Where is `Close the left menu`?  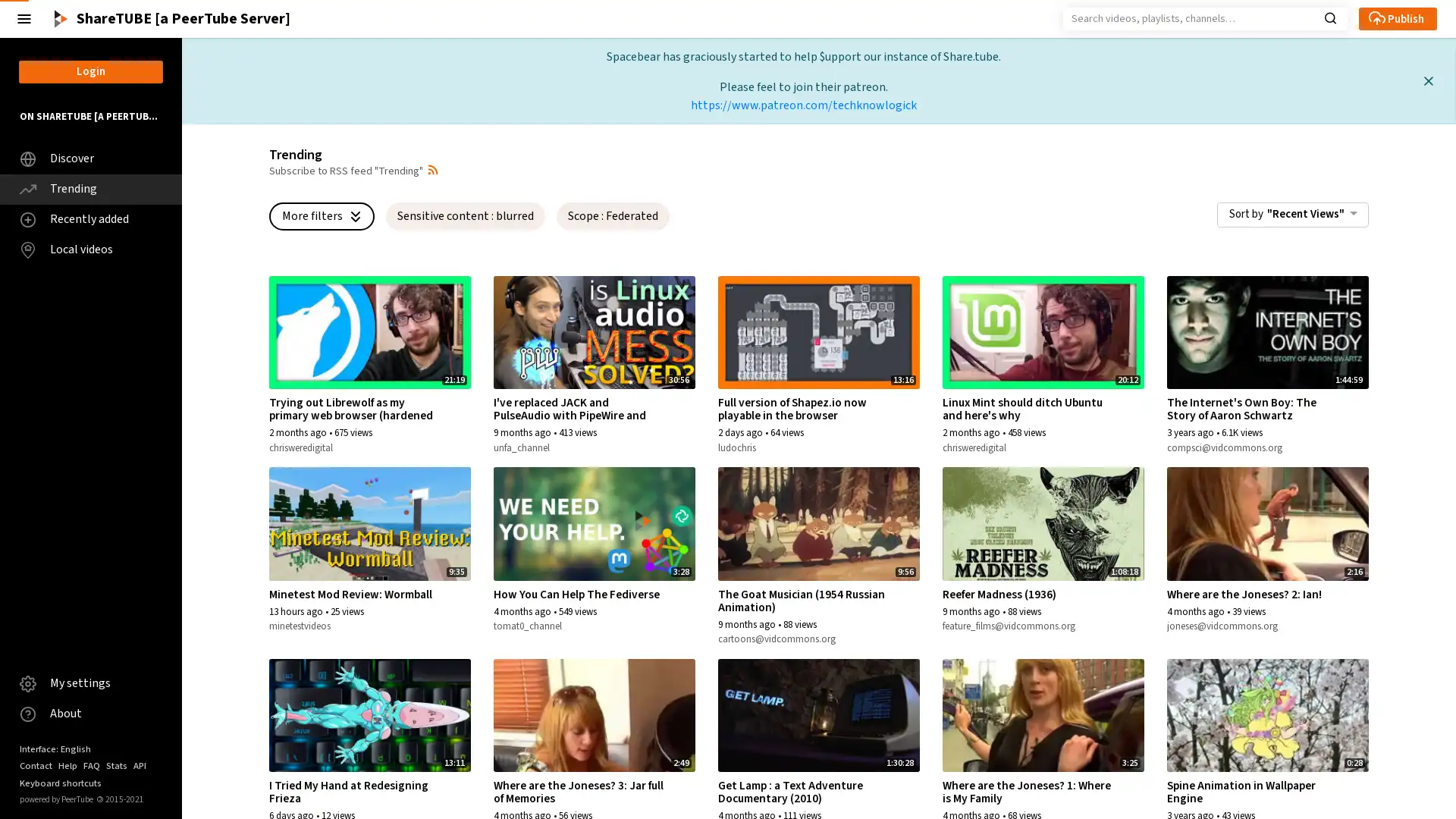 Close the left menu is located at coordinates (24, 18).